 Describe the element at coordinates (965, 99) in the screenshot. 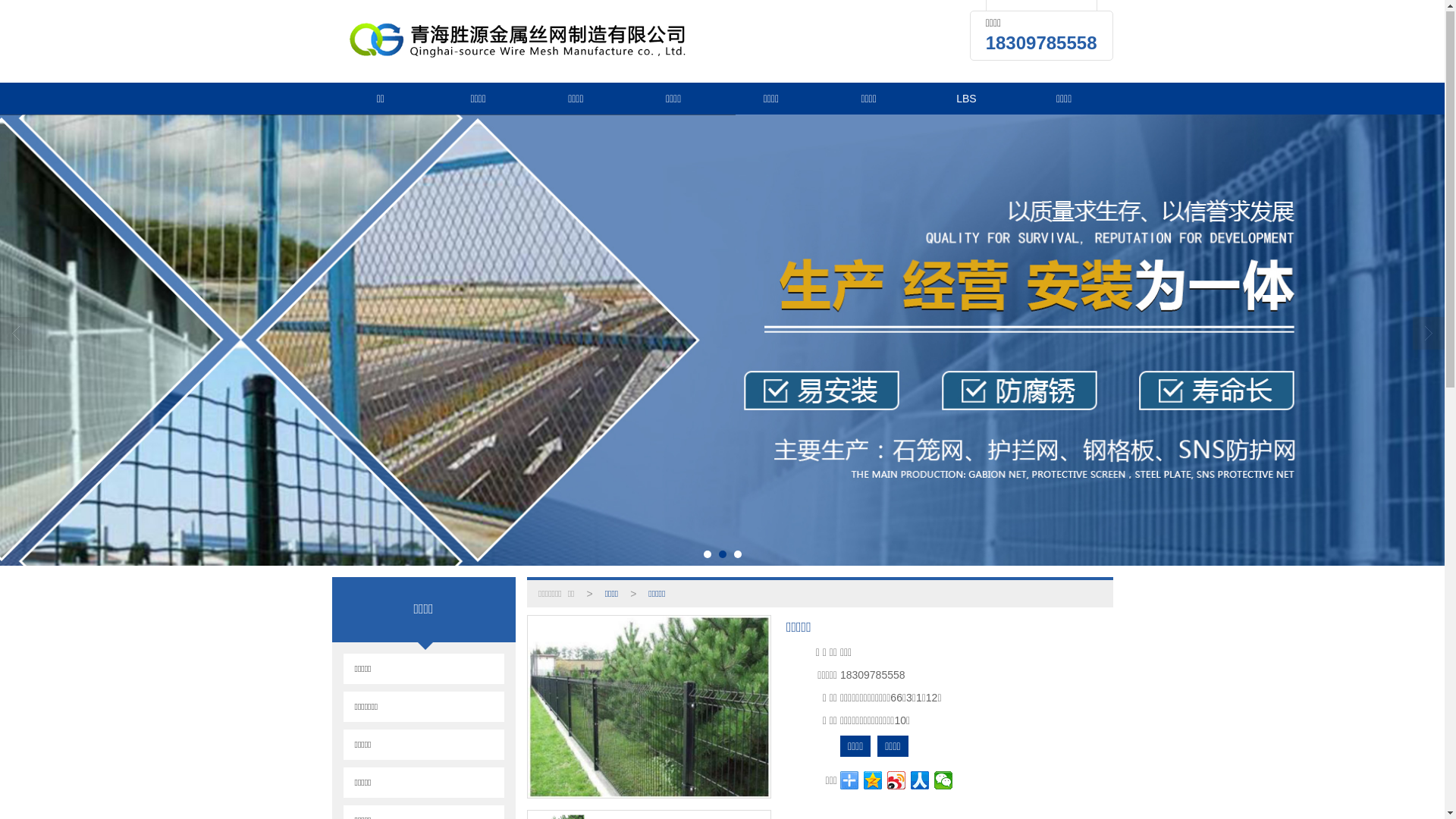

I see `'LBS'` at that location.